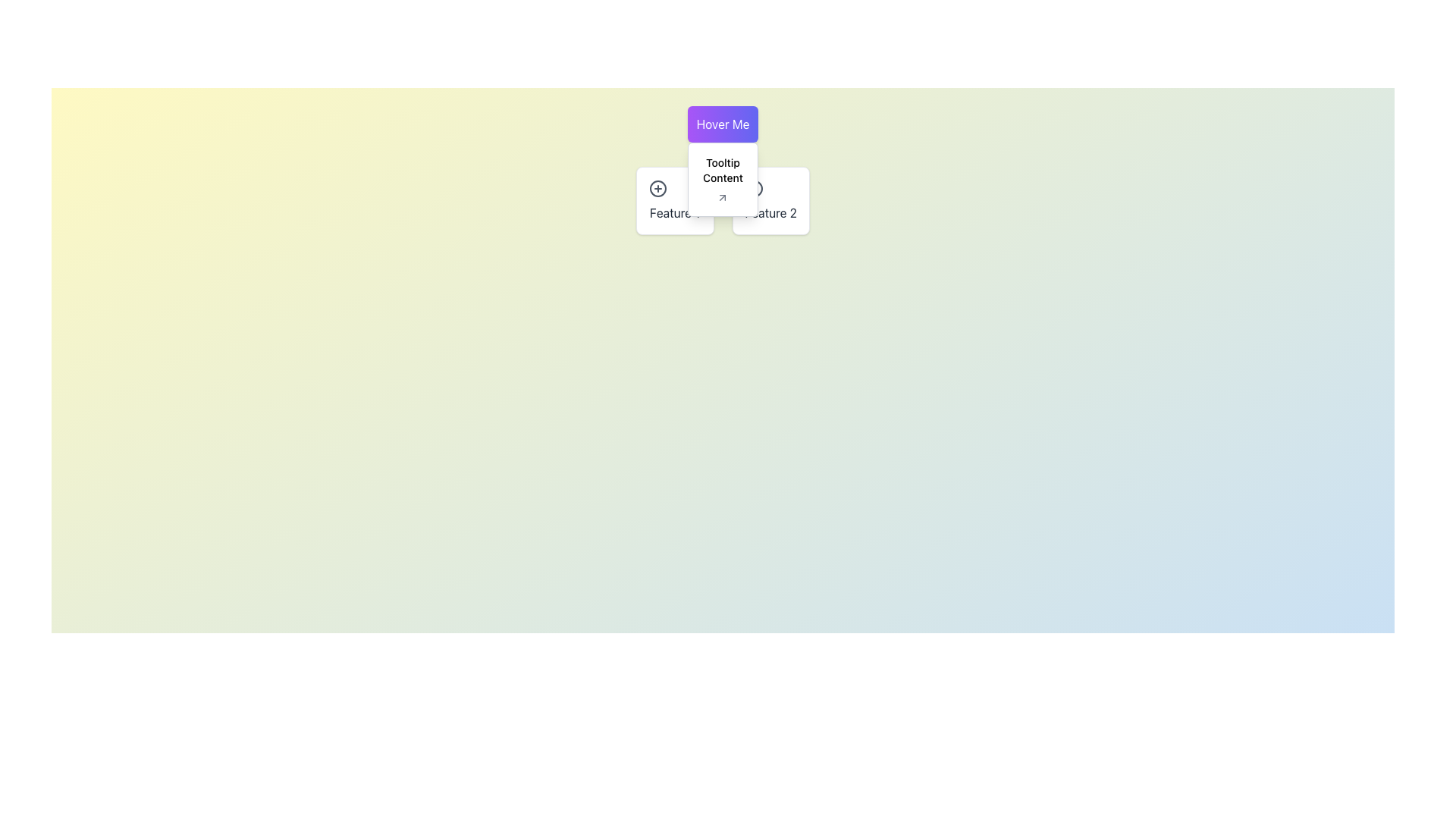 Image resolution: width=1456 pixels, height=819 pixels. I want to click on the gray arrow icon pointing up and to the right, located within the tooltip box below the 'Hover Me' button, so click(722, 197).